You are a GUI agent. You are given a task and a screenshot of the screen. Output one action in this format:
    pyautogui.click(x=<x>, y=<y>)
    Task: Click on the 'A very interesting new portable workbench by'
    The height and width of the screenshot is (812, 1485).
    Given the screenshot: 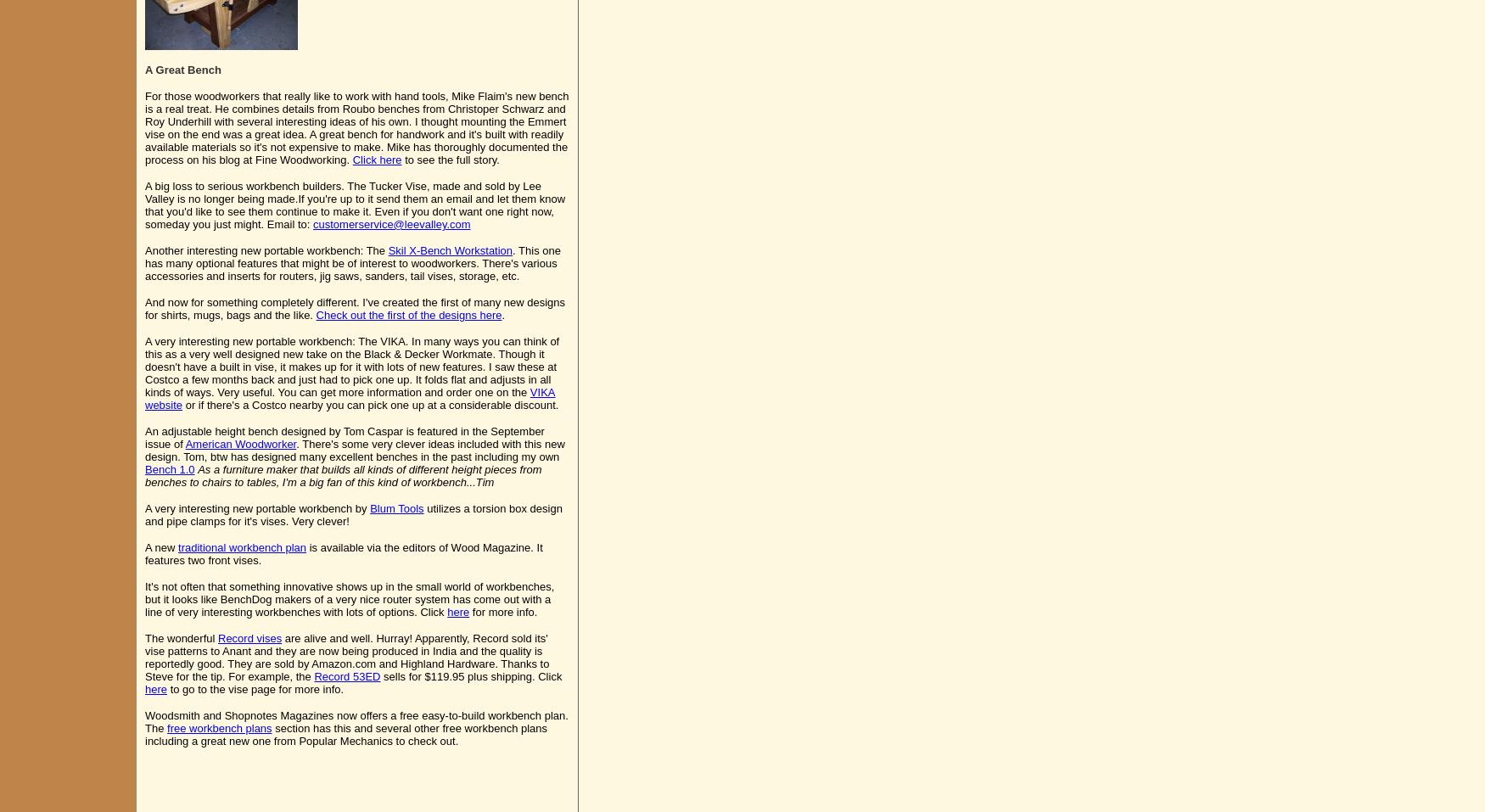 What is the action you would take?
    pyautogui.click(x=143, y=507)
    